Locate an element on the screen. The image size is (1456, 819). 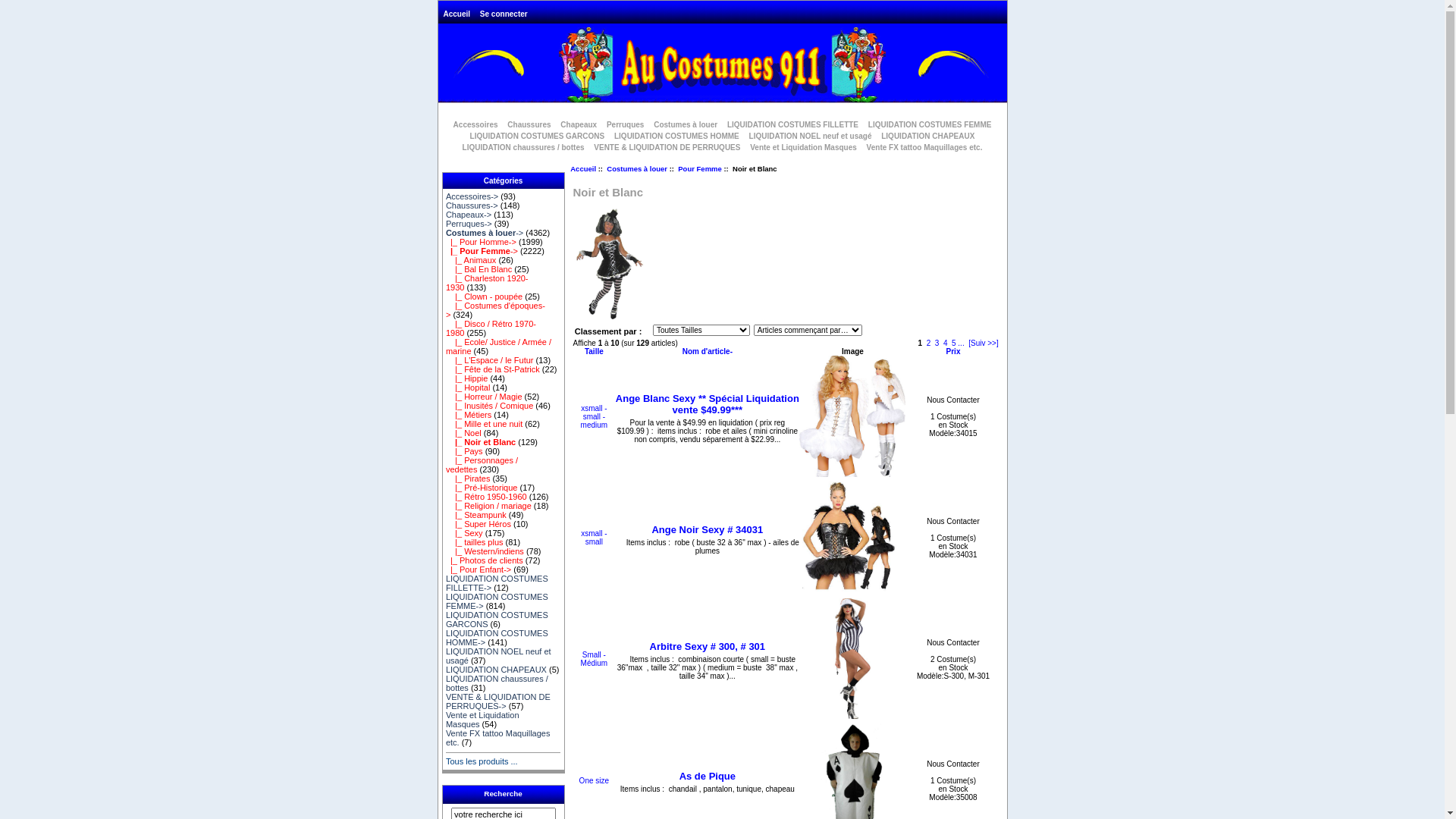
'Se connecter' is located at coordinates (504, 14).